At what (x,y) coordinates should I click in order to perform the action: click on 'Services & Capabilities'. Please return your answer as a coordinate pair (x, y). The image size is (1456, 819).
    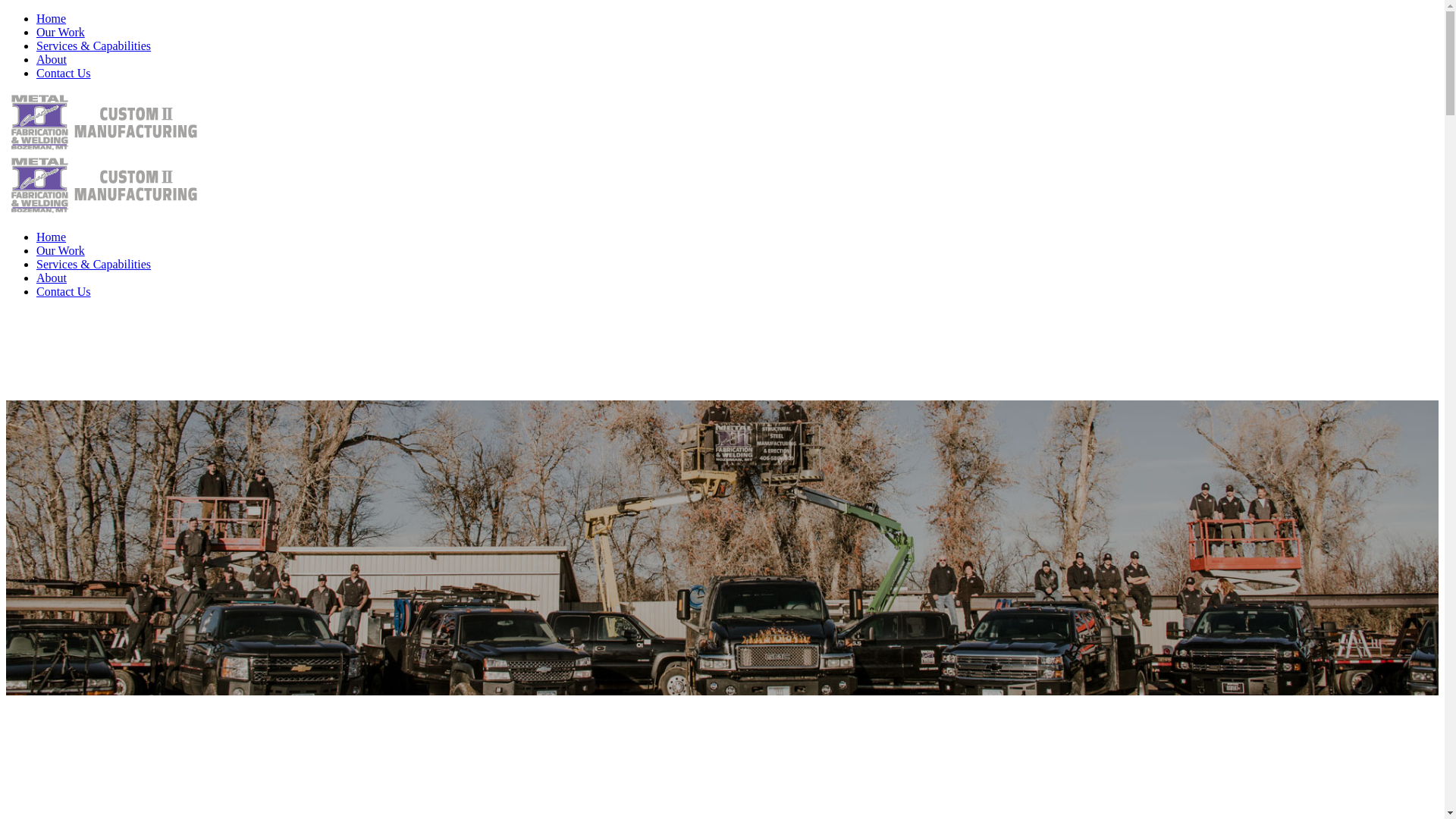
    Looking at the image, I should click on (93, 263).